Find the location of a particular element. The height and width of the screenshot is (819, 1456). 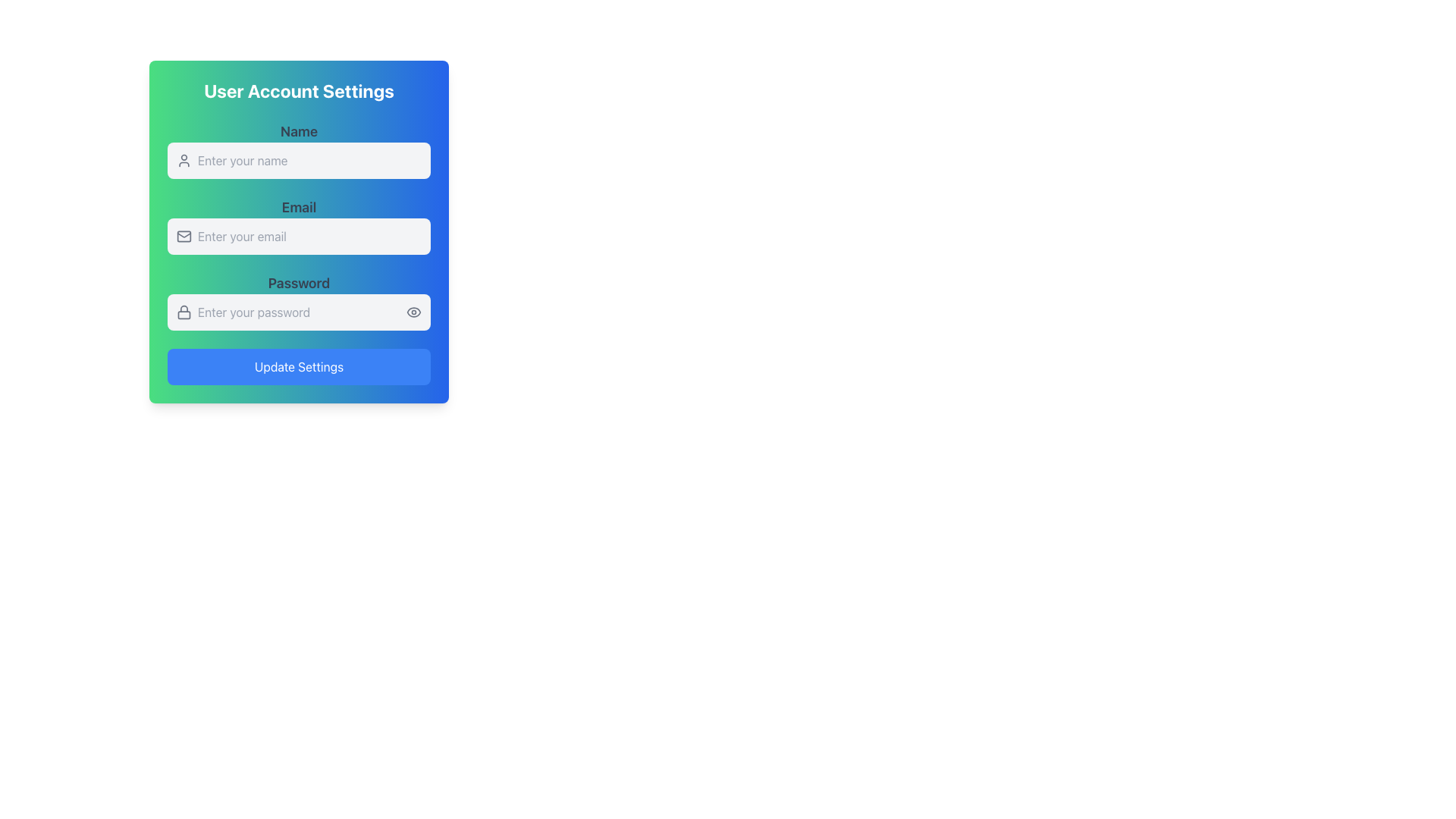

the 'Email' text label, which is styled in bold and dark gray, positioned above the email input field in the 'User Account Settings' section is located at coordinates (299, 207).